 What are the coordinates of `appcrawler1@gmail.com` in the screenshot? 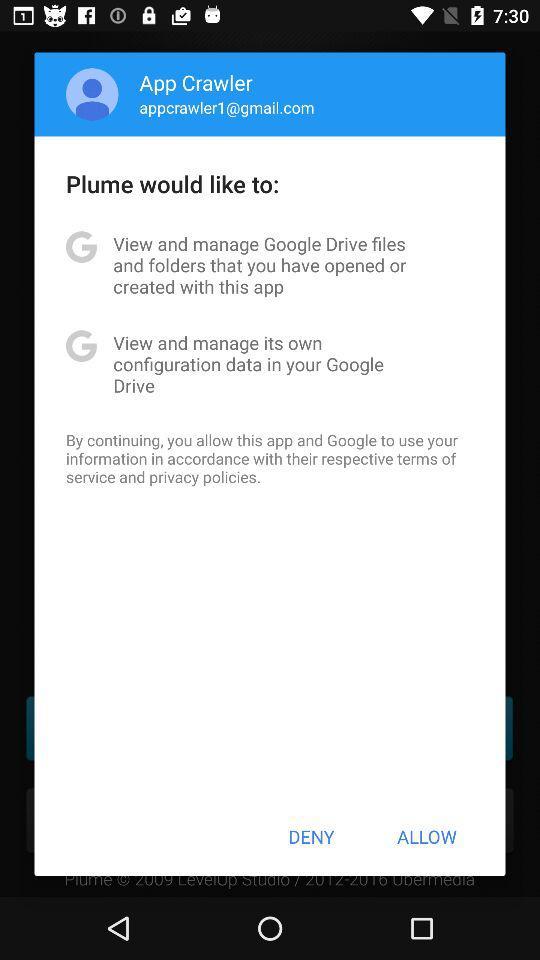 It's located at (226, 107).